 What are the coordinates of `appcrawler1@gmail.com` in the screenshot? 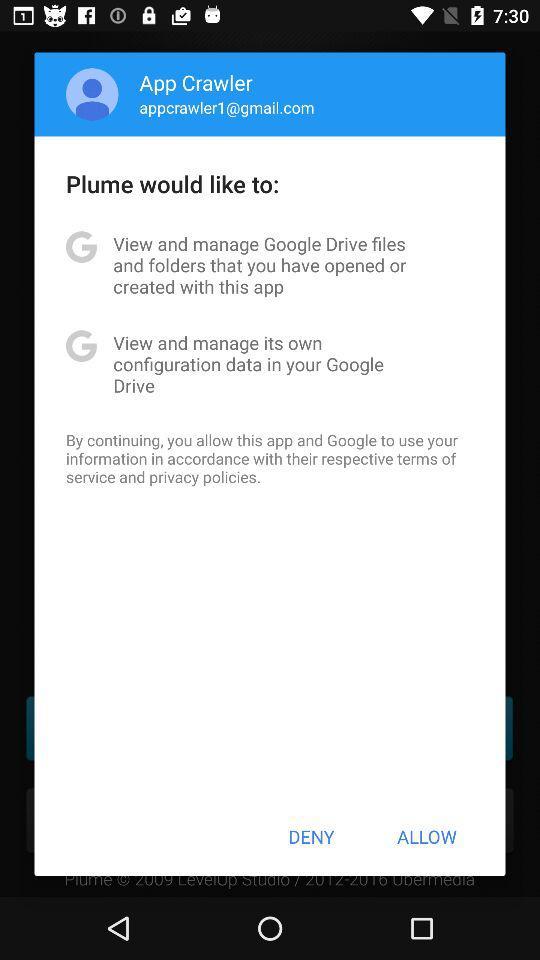 It's located at (226, 107).